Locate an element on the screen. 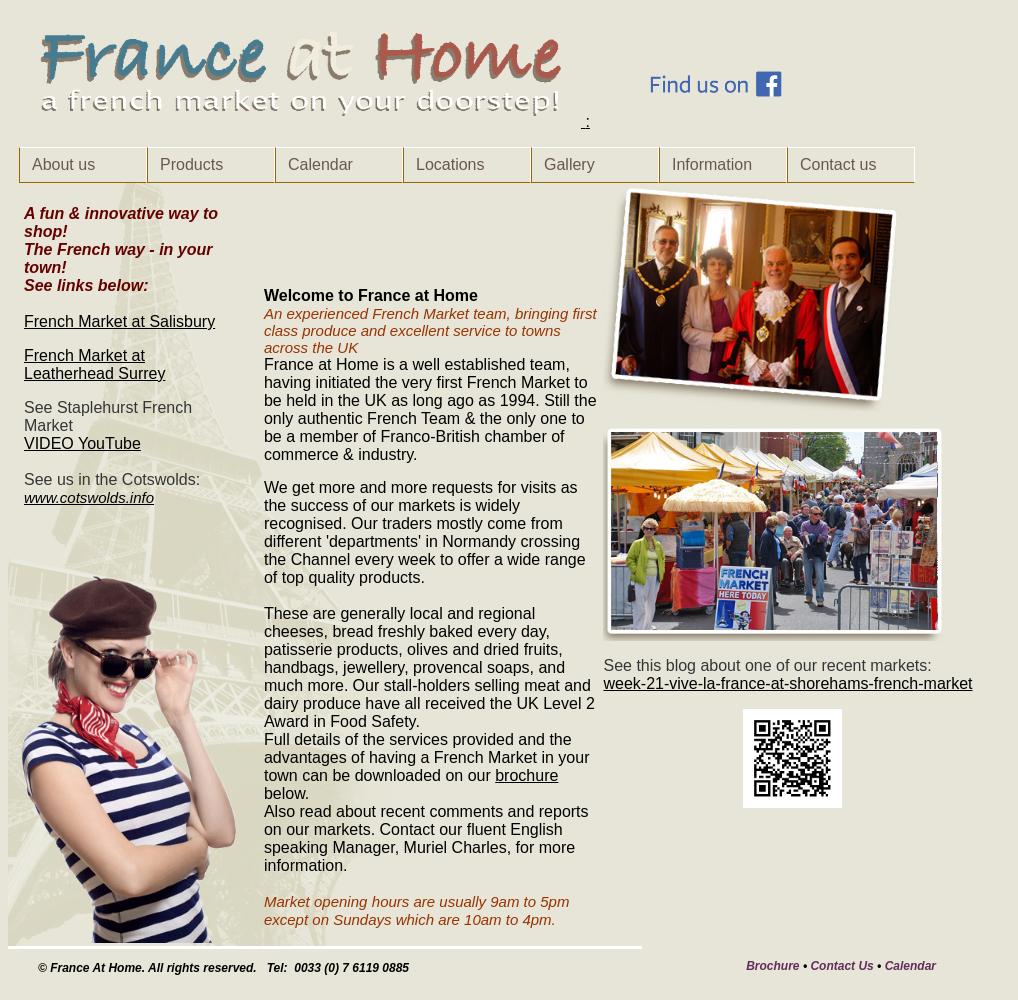  '© France At Home.  All rights reserved.   Tel:   0033 (0) 7 6119 0885' is located at coordinates (36, 967).